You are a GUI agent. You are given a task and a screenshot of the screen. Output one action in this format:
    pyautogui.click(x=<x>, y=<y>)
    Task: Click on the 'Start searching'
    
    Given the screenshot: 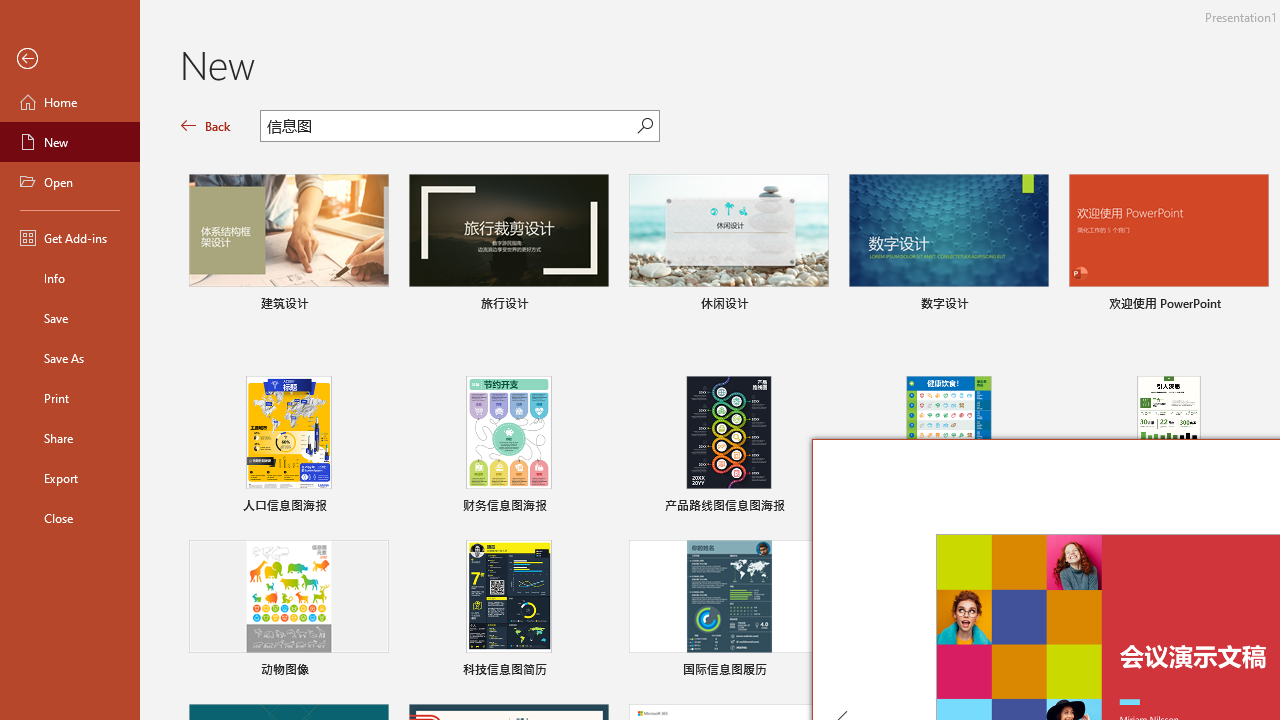 What is the action you would take?
    pyautogui.click(x=645, y=125)
    